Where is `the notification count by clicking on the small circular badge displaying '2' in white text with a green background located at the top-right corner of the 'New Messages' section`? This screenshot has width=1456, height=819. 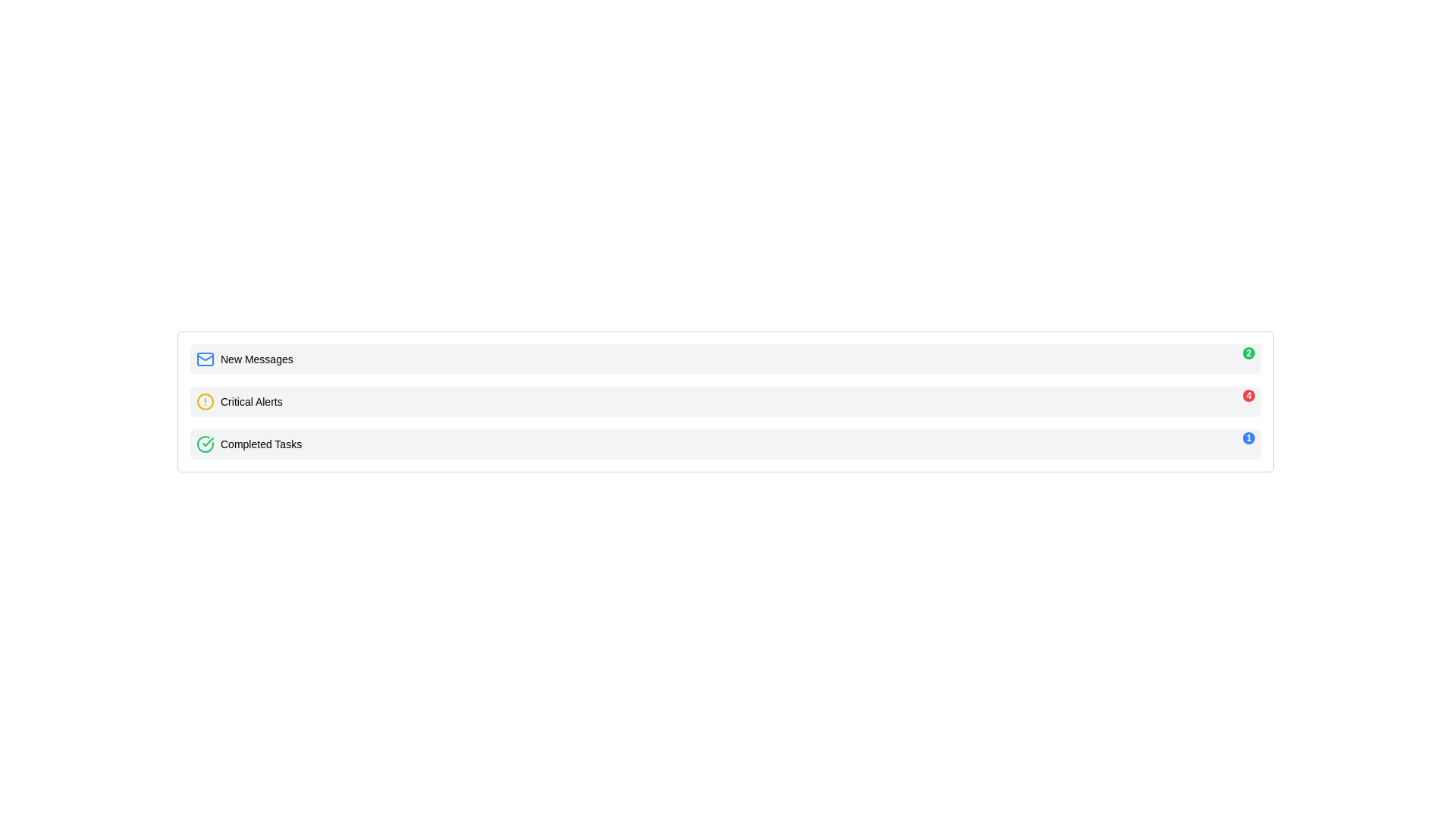 the notification count by clicking on the small circular badge displaying '2' in white text with a green background located at the top-right corner of the 'New Messages' section is located at coordinates (1248, 354).